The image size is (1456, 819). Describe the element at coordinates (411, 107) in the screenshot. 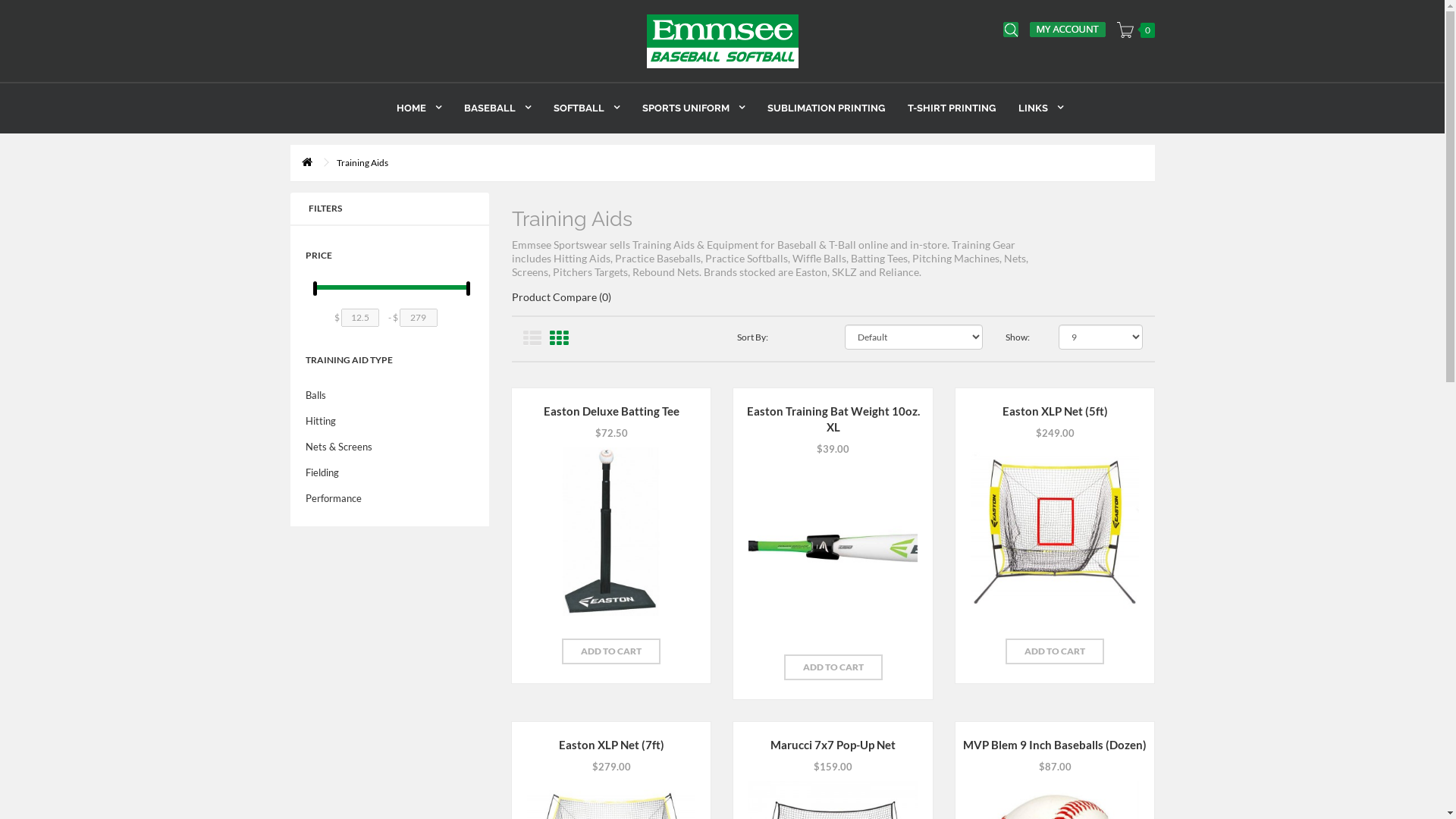

I see `'HOME'` at that location.